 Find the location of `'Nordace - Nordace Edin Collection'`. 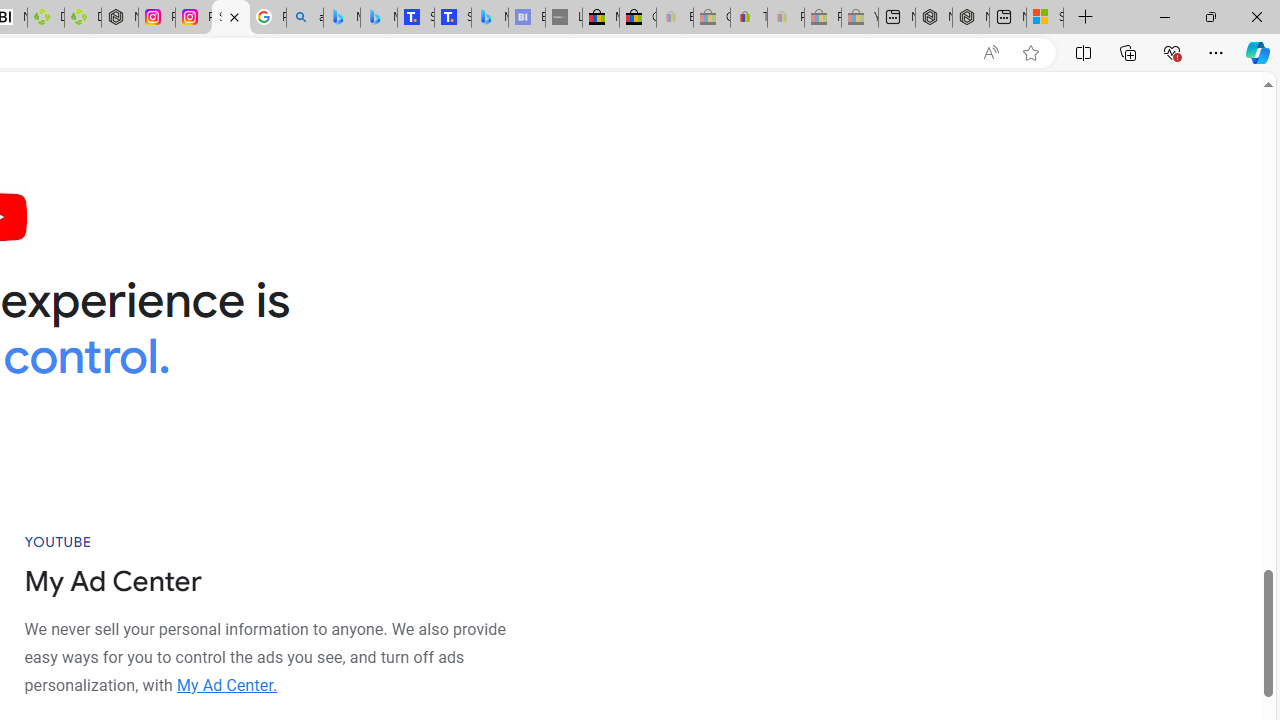

'Nordace - Nordace Edin Collection' is located at coordinates (119, 17).